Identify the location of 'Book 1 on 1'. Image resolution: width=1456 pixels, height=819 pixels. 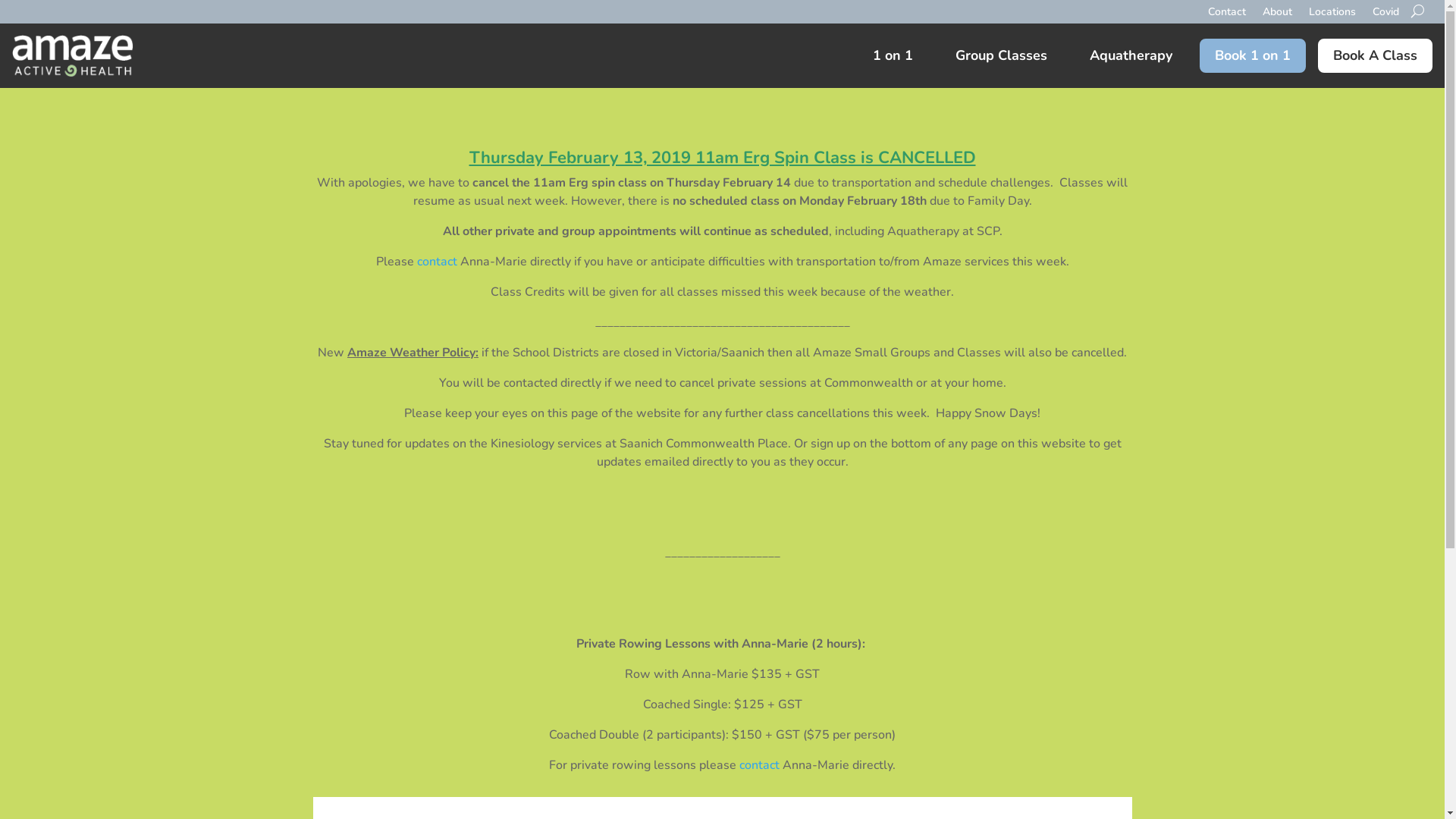
(1199, 55).